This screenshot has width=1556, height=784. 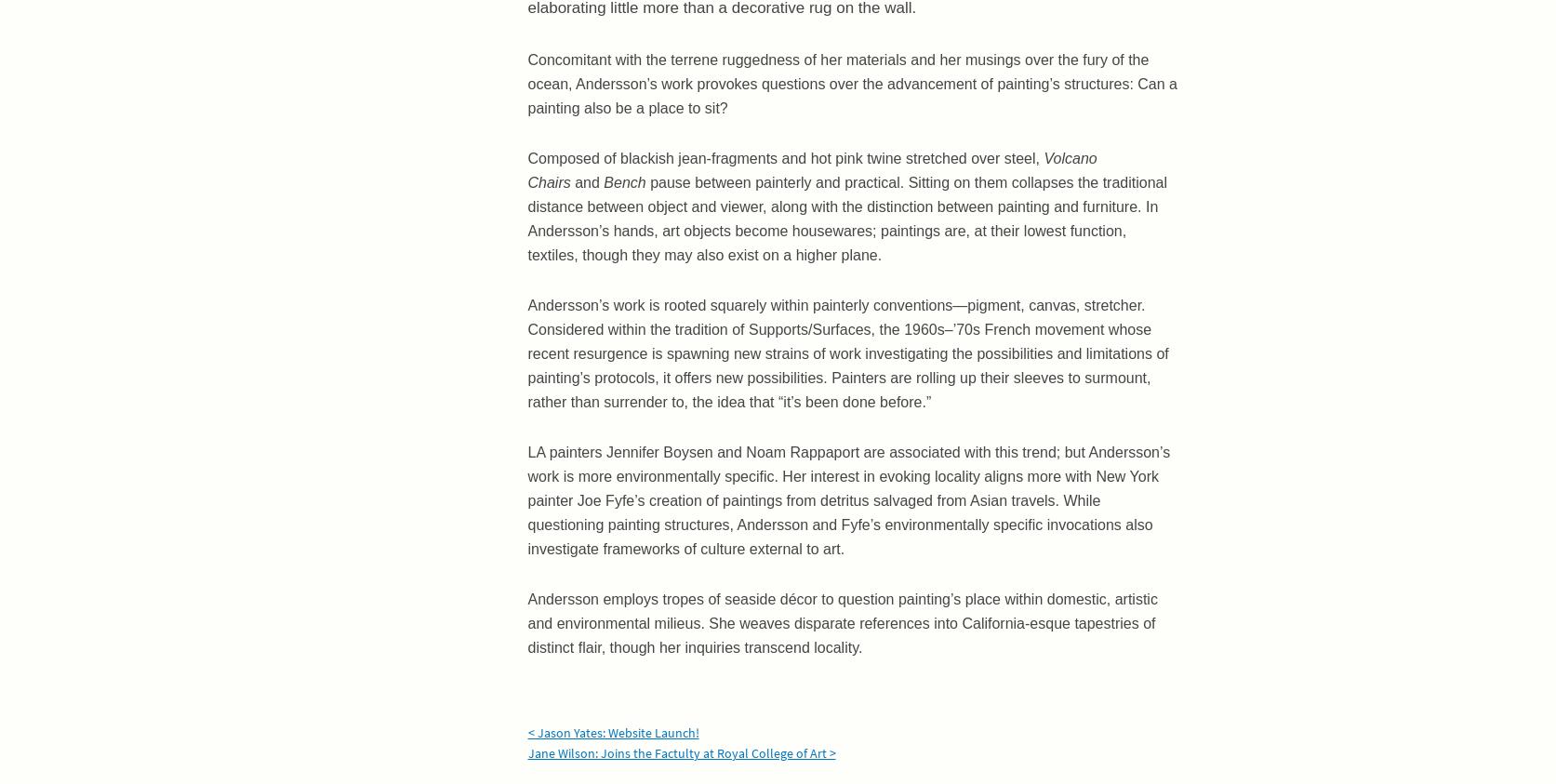 I want to click on 'Andersson employs tropes of seaside décor to question painting’s place within domestic, artistic and environmental milieus. She weaves disparate references into California-esque tapestries of distinct flair, though her inquiries transcend locality.', so click(x=841, y=621).